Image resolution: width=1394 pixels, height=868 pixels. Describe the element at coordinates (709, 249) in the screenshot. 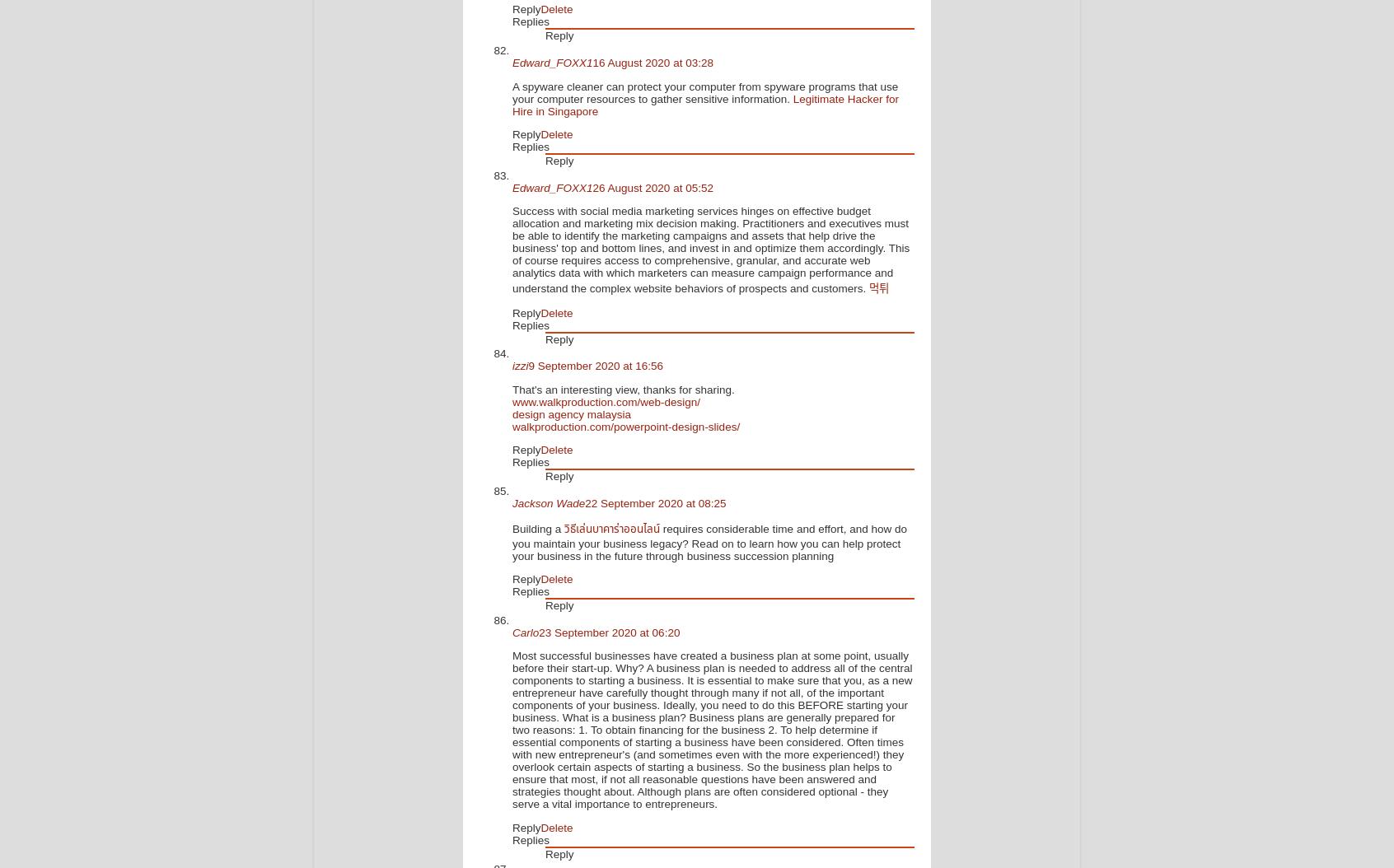

I see `'Success with social media marketing services hinges on effective budget allocation and marketing mix decision making. Practitioners and executives must be able to identify the marketing campaigns and assets that help drive the business' top and bottom lines, and invest in and optimize them accordingly. This of course requires access to comprehensive, granular, and accurate web analytics data with which marketers can measure campaign performance and understand the complex website behaviors of prospects and customers.'` at that location.